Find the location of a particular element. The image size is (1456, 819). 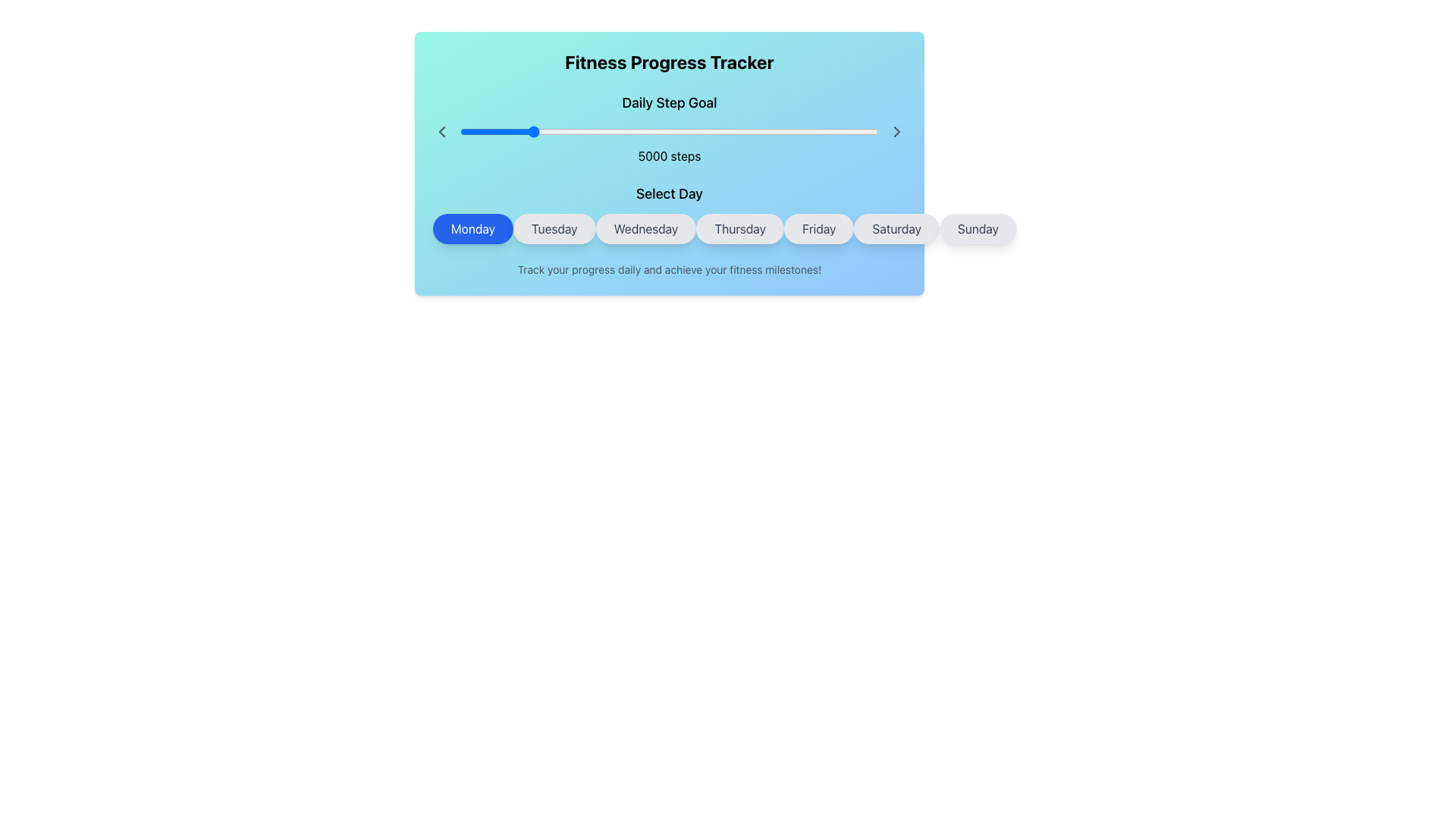

the daily step goal is located at coordinates (462, 130).